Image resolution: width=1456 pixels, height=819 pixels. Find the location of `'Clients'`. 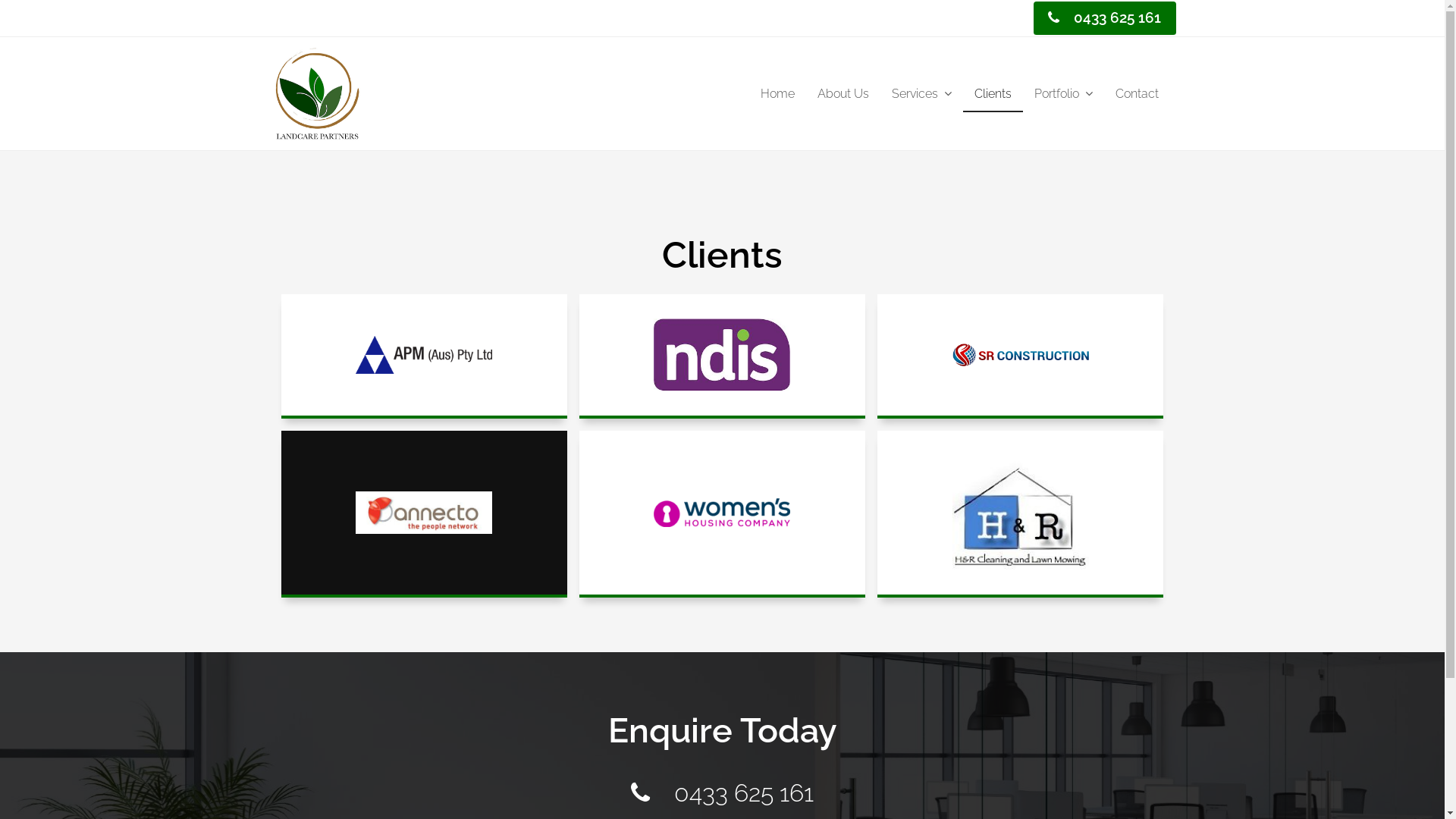

'Clients' is located at coordinates (993, 94).